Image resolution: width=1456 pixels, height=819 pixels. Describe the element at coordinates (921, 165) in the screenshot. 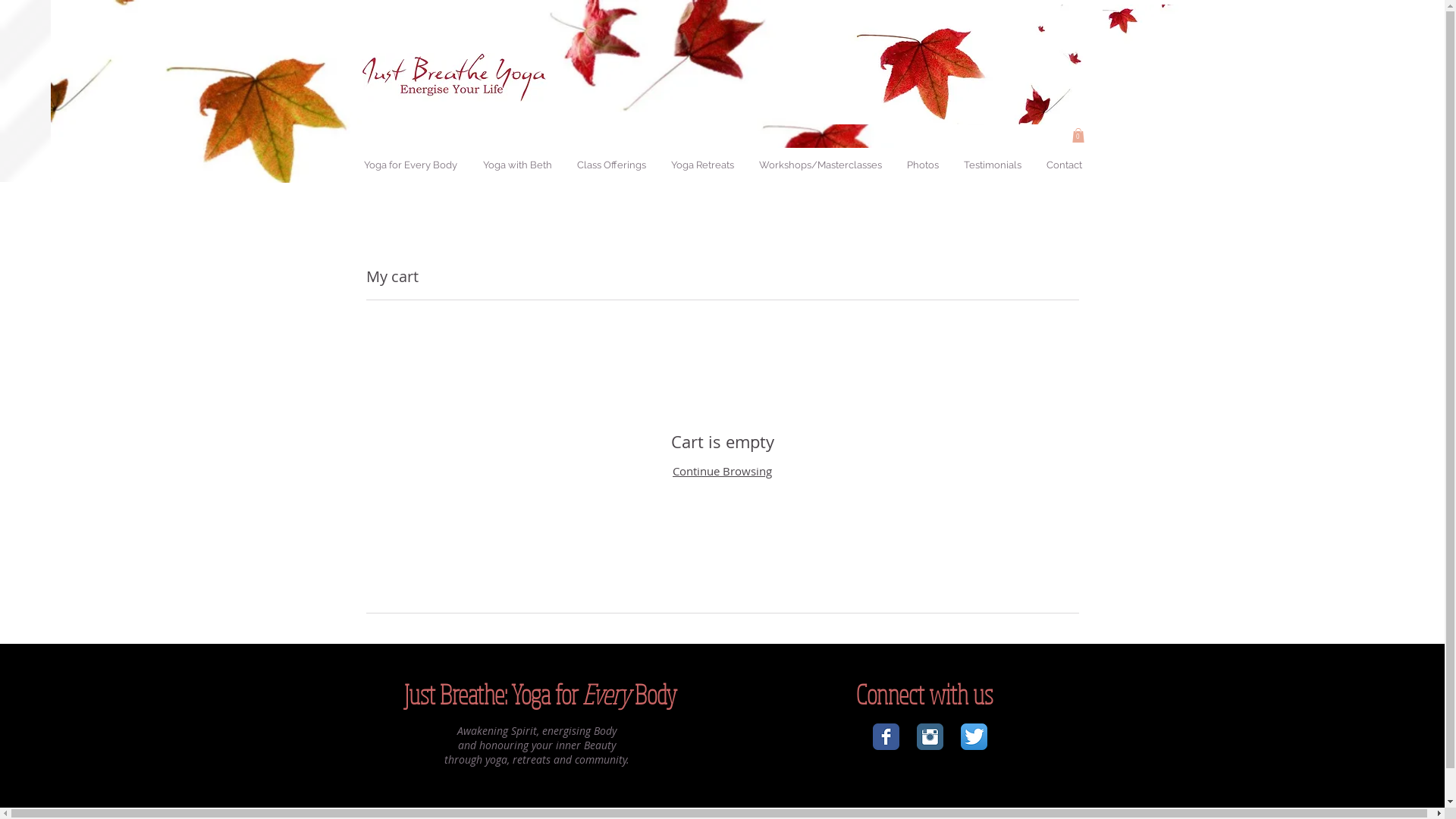

I see `'Photos'` at that location.